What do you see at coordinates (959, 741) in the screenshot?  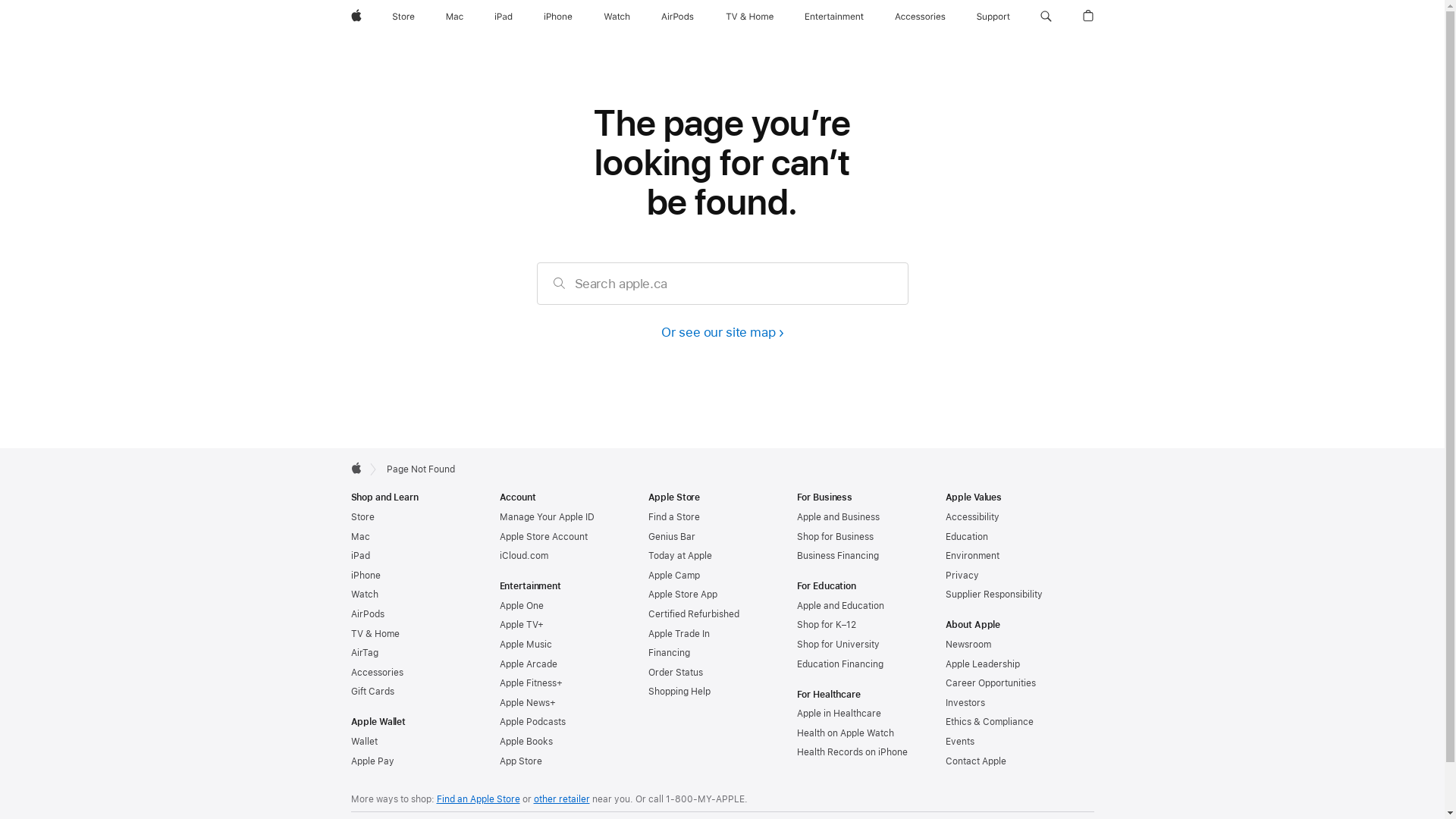 I see `'Events'` at bounding box center [959, 741].